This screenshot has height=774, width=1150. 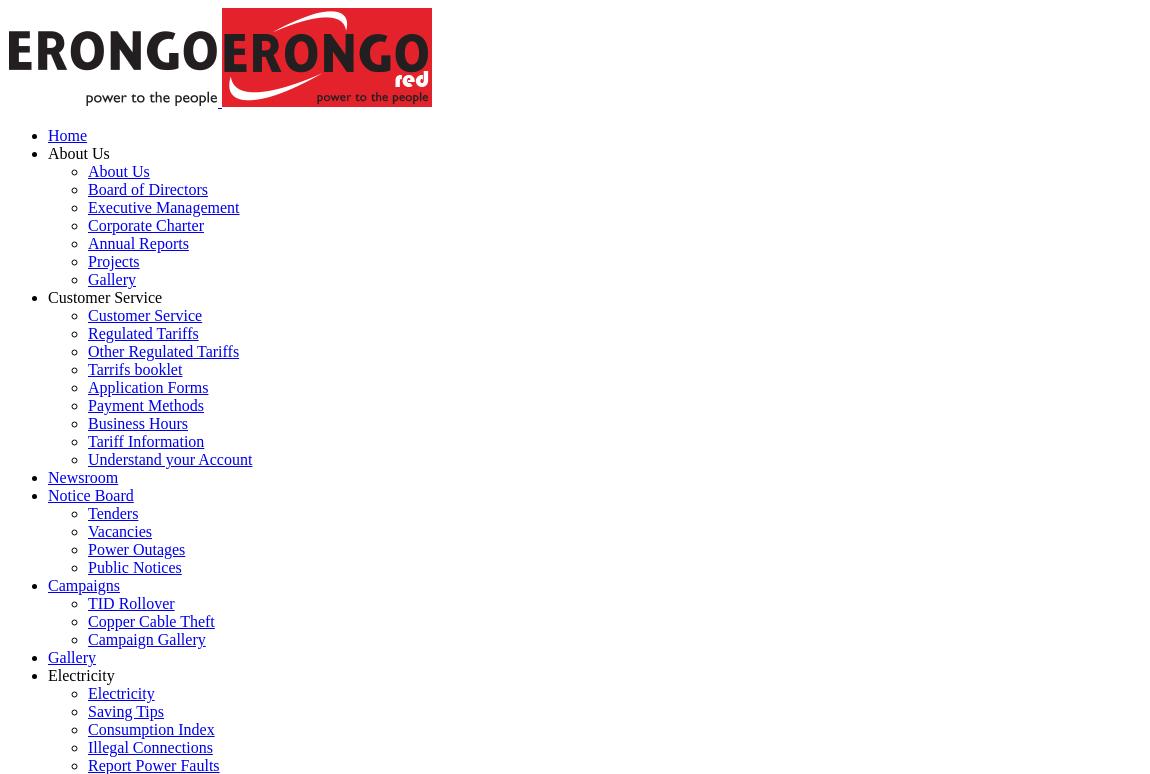 I want to click on 'Illegal Connections', so click(x=148, y=746).